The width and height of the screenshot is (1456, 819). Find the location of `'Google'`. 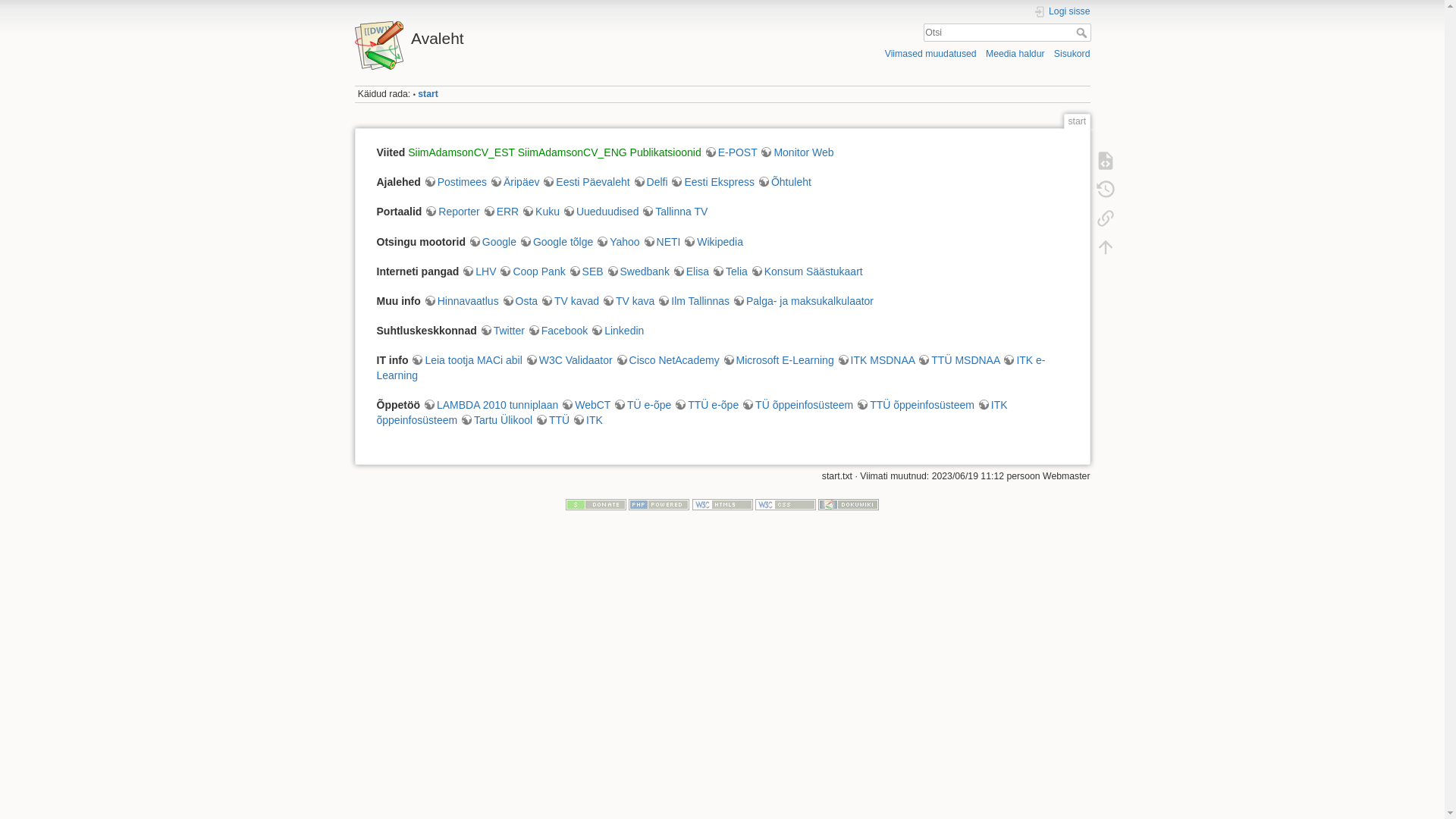

'Google' is located at coordinates (492, 241).